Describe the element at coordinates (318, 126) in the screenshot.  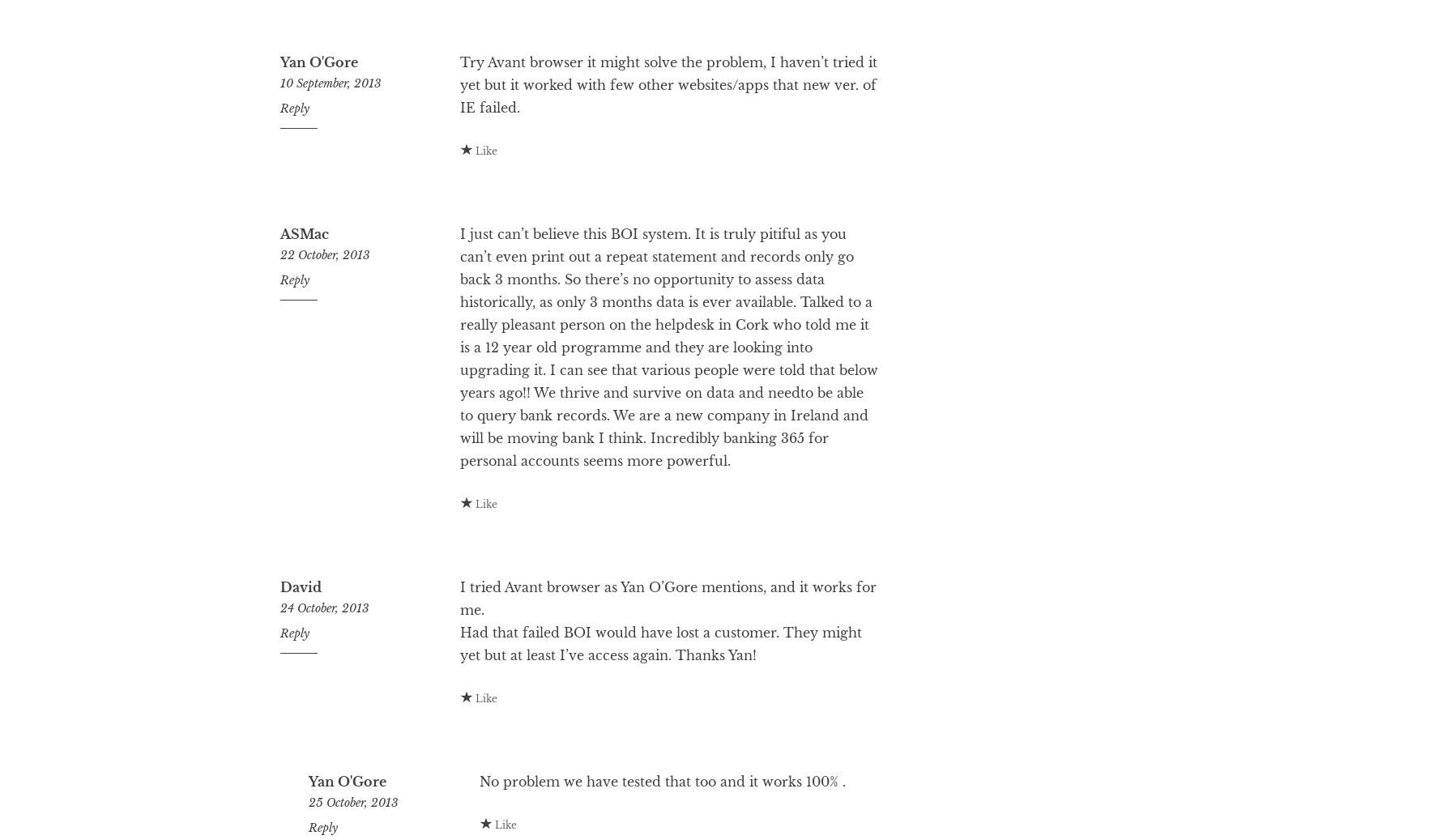
I see `'Yan O'Gore'` at that location.